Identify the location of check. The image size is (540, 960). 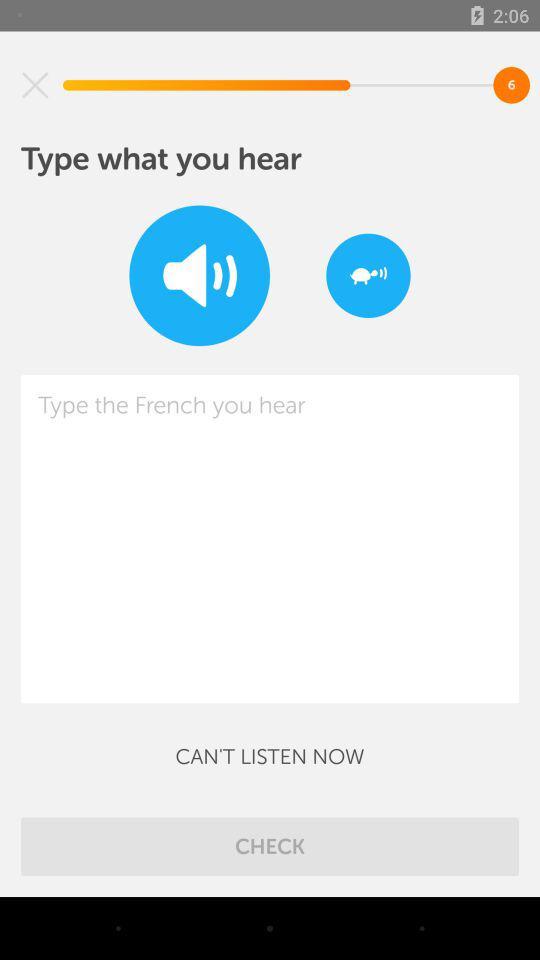
(270, 845).